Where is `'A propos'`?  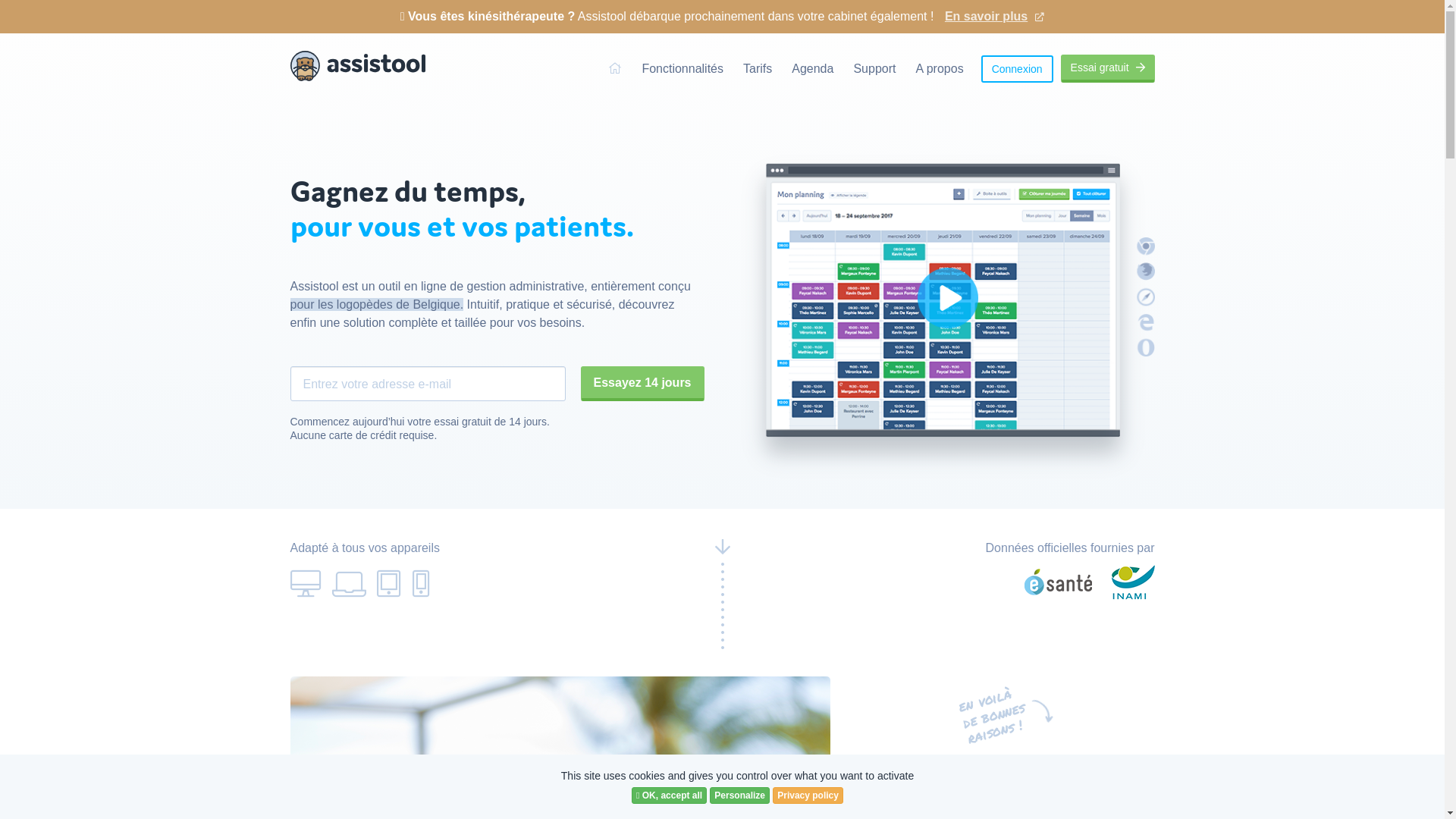
'A propos' is located at coordinates (914, 68).